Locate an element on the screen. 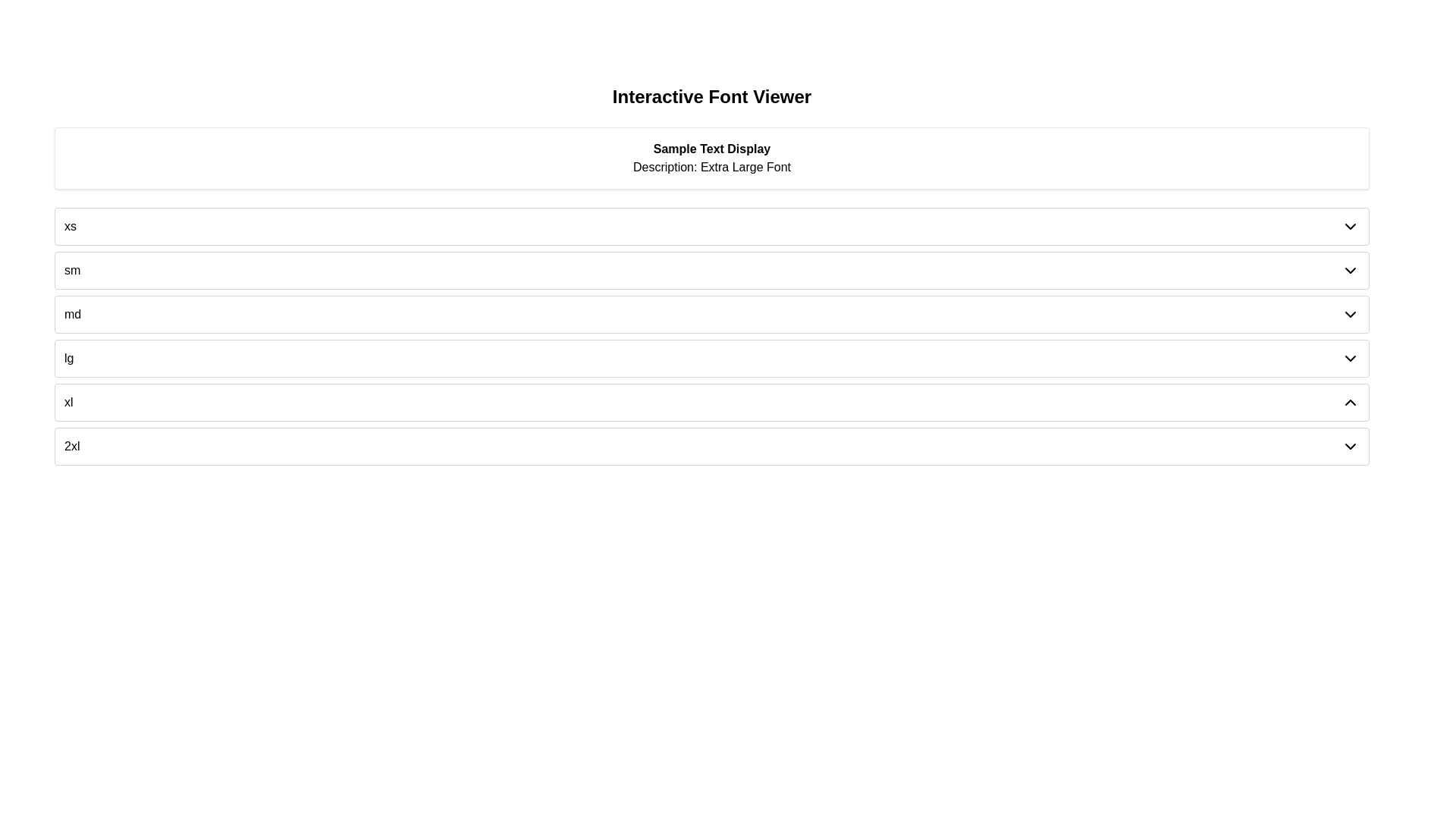 This screenshot has height=819, width=1456. the downward-pointing chevron icon at the right end of the row labeled 'xs' is located at coordinates (1350, 227).